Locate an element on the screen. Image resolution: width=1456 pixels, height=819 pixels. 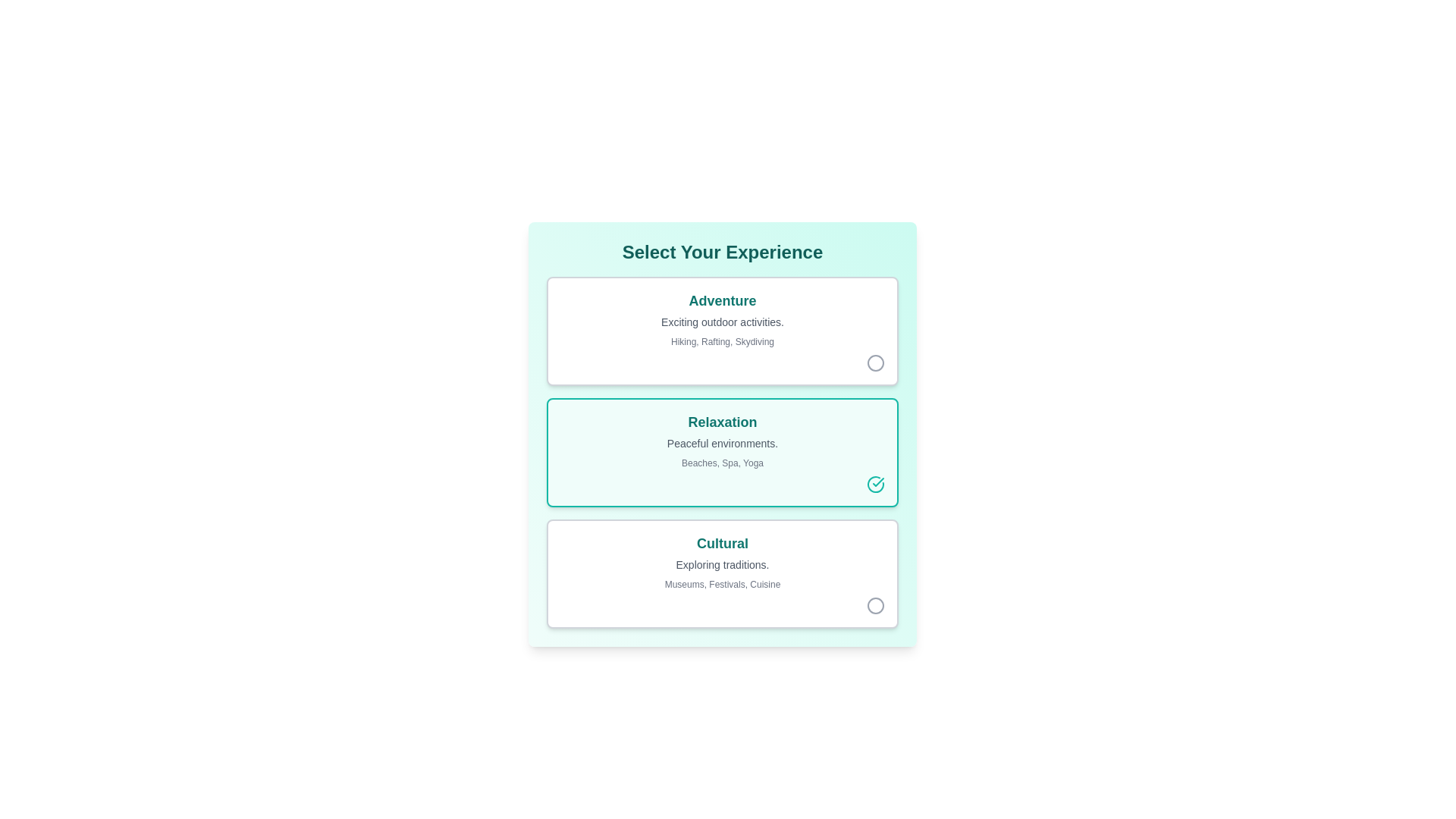
the 'Relaxation' category card located in the vertical list of options between 'Adventure' and 'Cultural' to view its content is located at coordinates (722, 452).